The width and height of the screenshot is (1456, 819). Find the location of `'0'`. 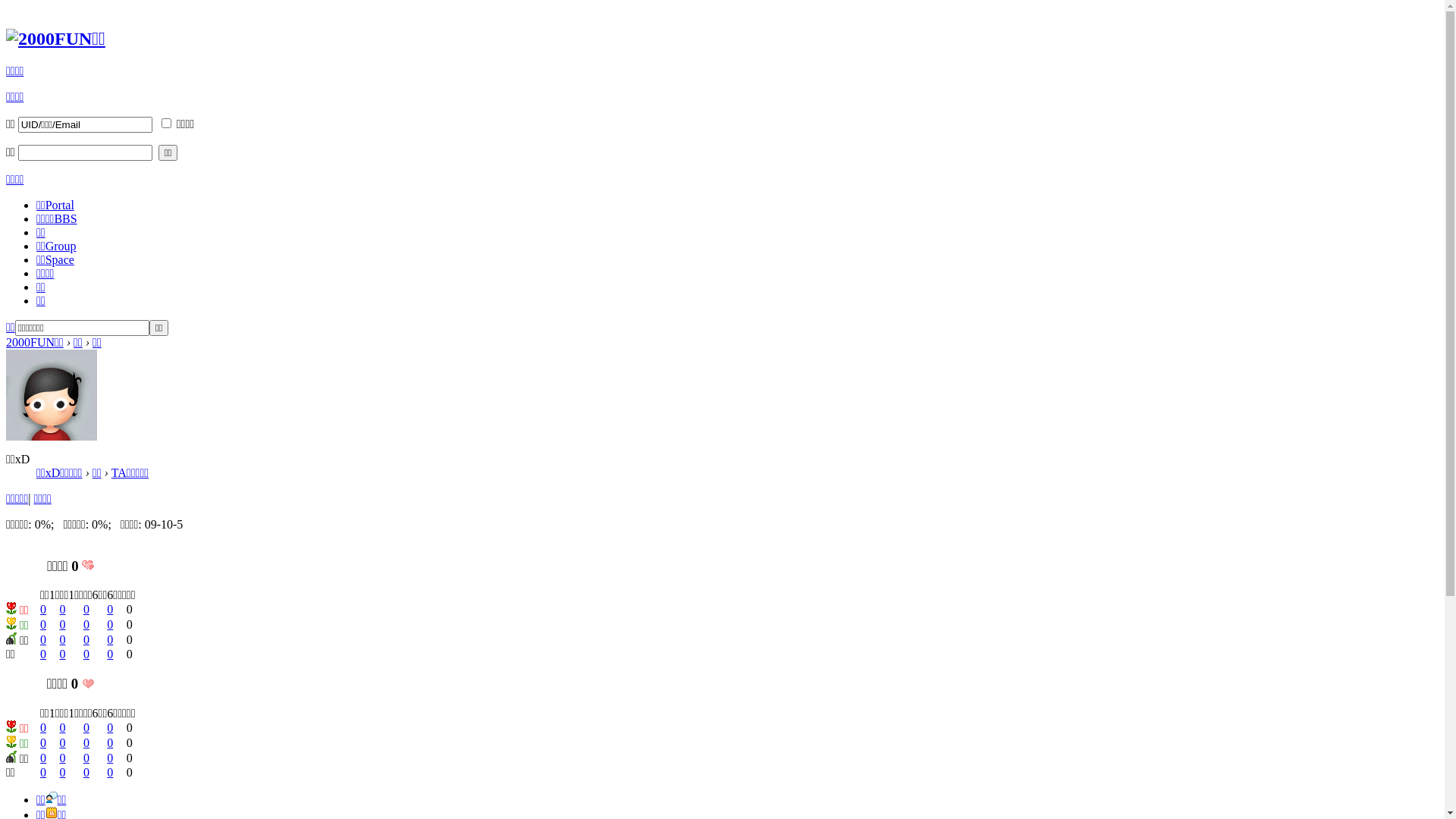

'0' is located at coordinates (86, 624).